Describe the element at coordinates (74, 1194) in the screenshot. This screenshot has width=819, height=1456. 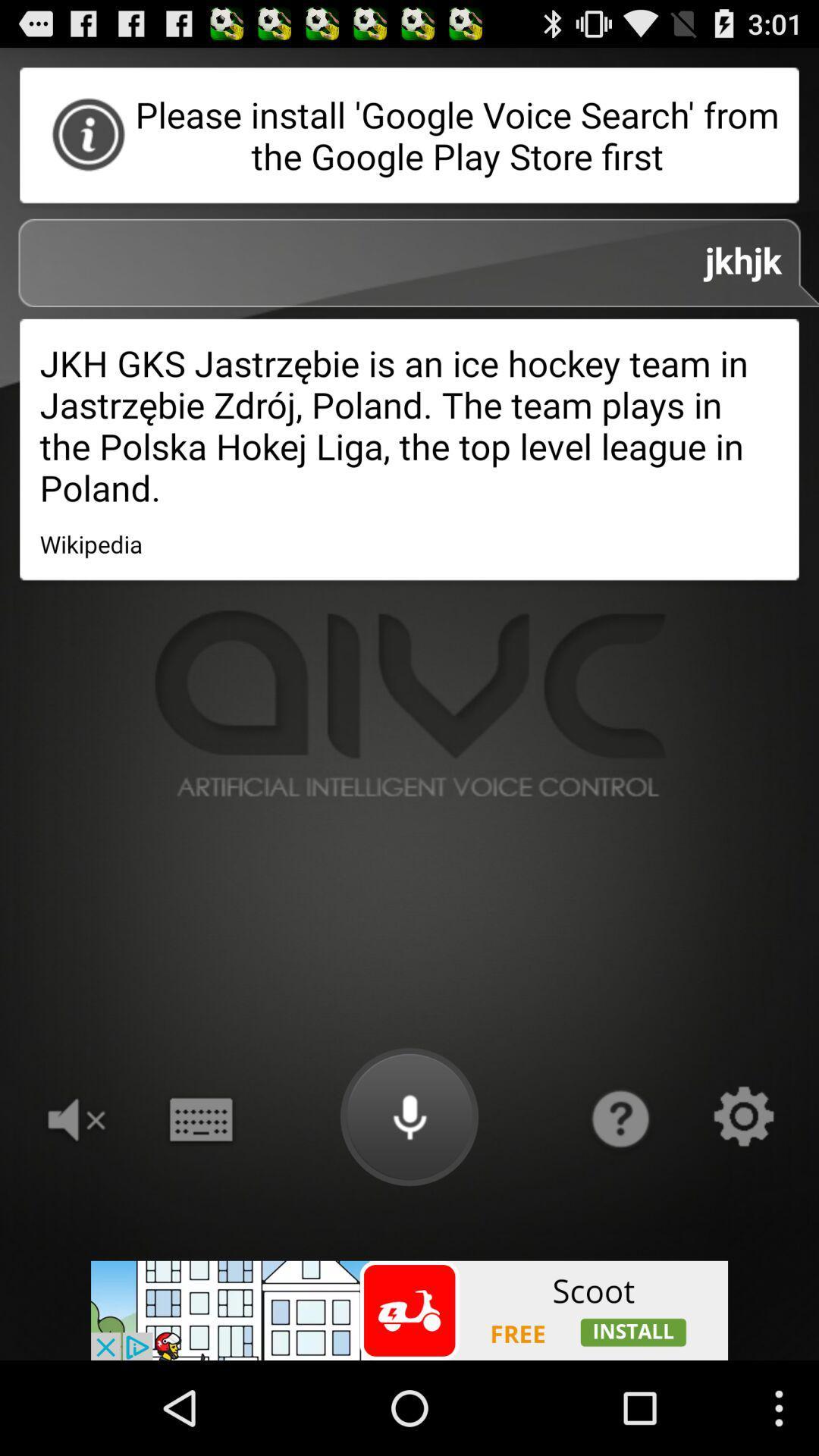
I see `the volume icon` at that location.